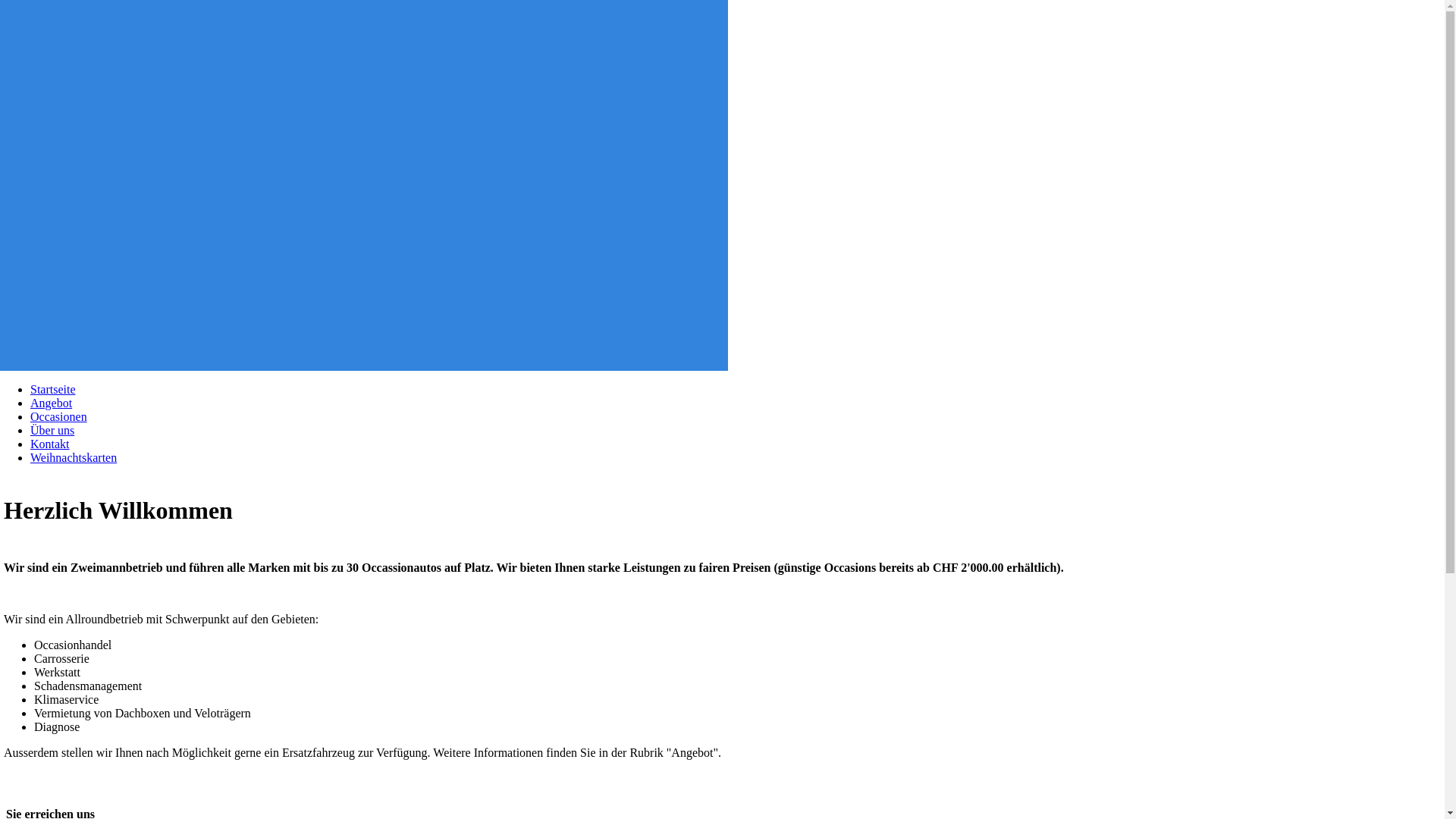 The image size is (1456, 819). I want to click on 'Startseite', so click(53, 388).